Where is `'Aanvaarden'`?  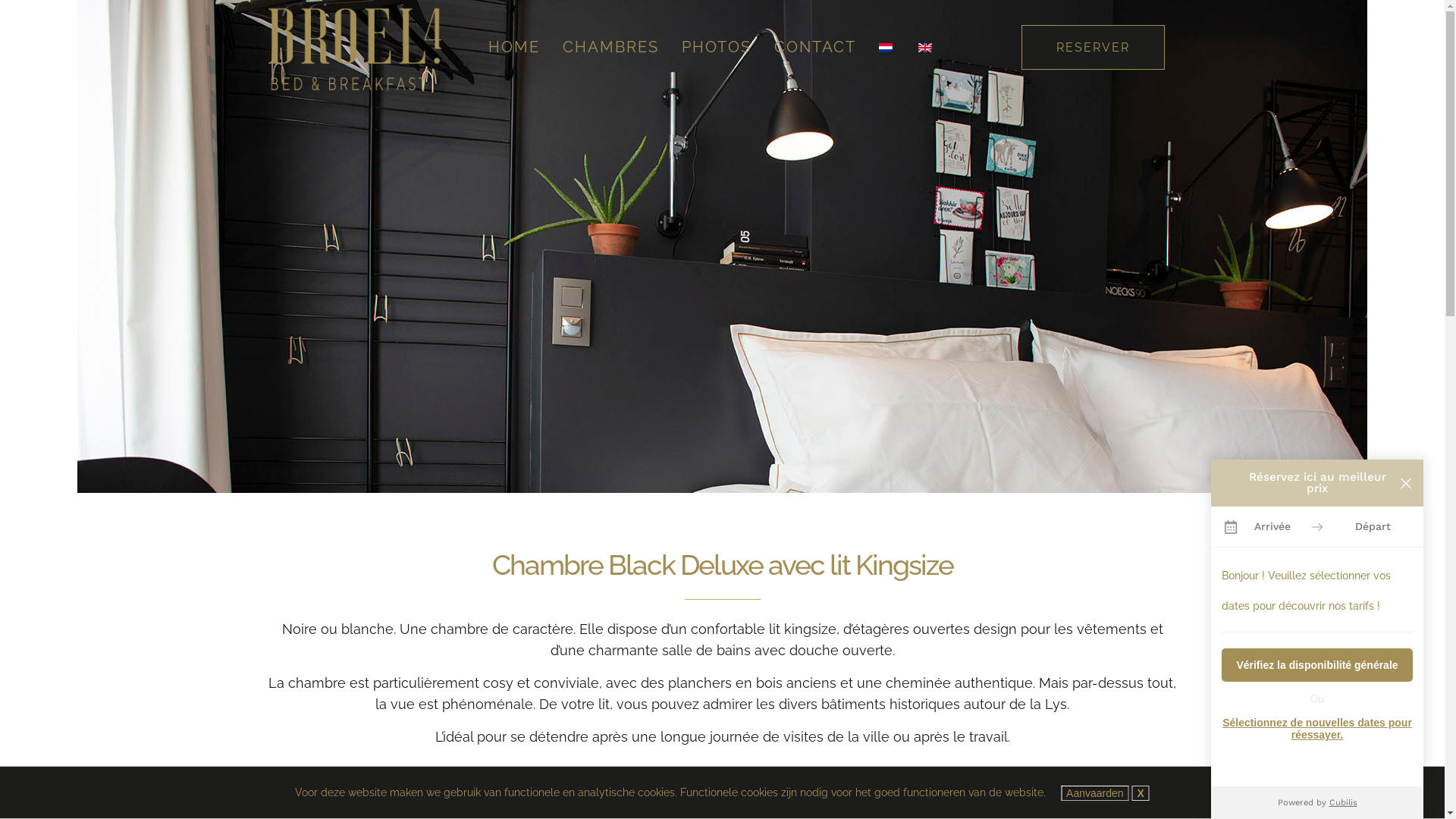 'Aanvaarden' is located at coordinates (1095, 792).